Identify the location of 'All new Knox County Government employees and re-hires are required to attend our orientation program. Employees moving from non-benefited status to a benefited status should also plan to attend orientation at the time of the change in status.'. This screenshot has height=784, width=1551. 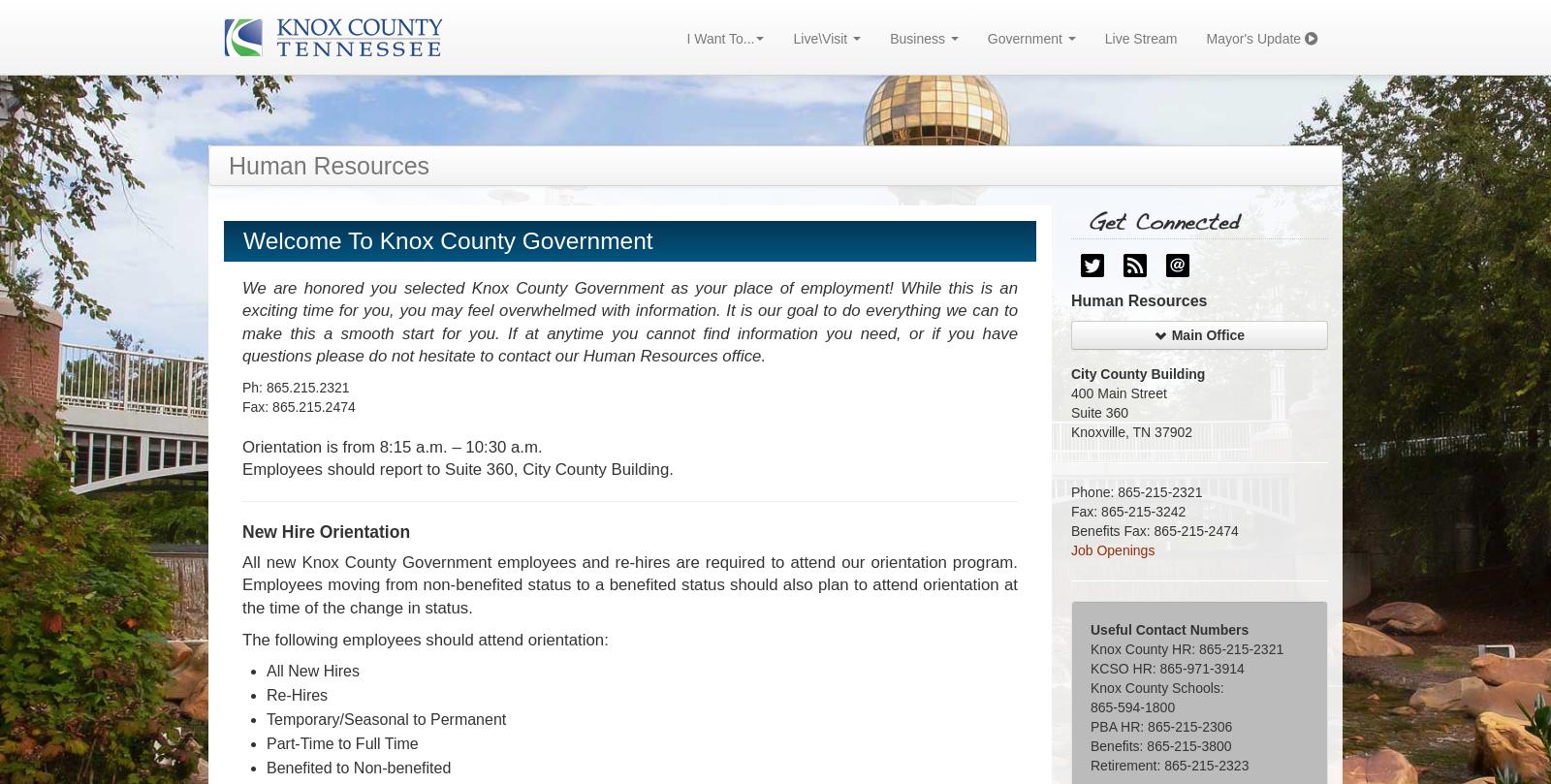
(629, 584).